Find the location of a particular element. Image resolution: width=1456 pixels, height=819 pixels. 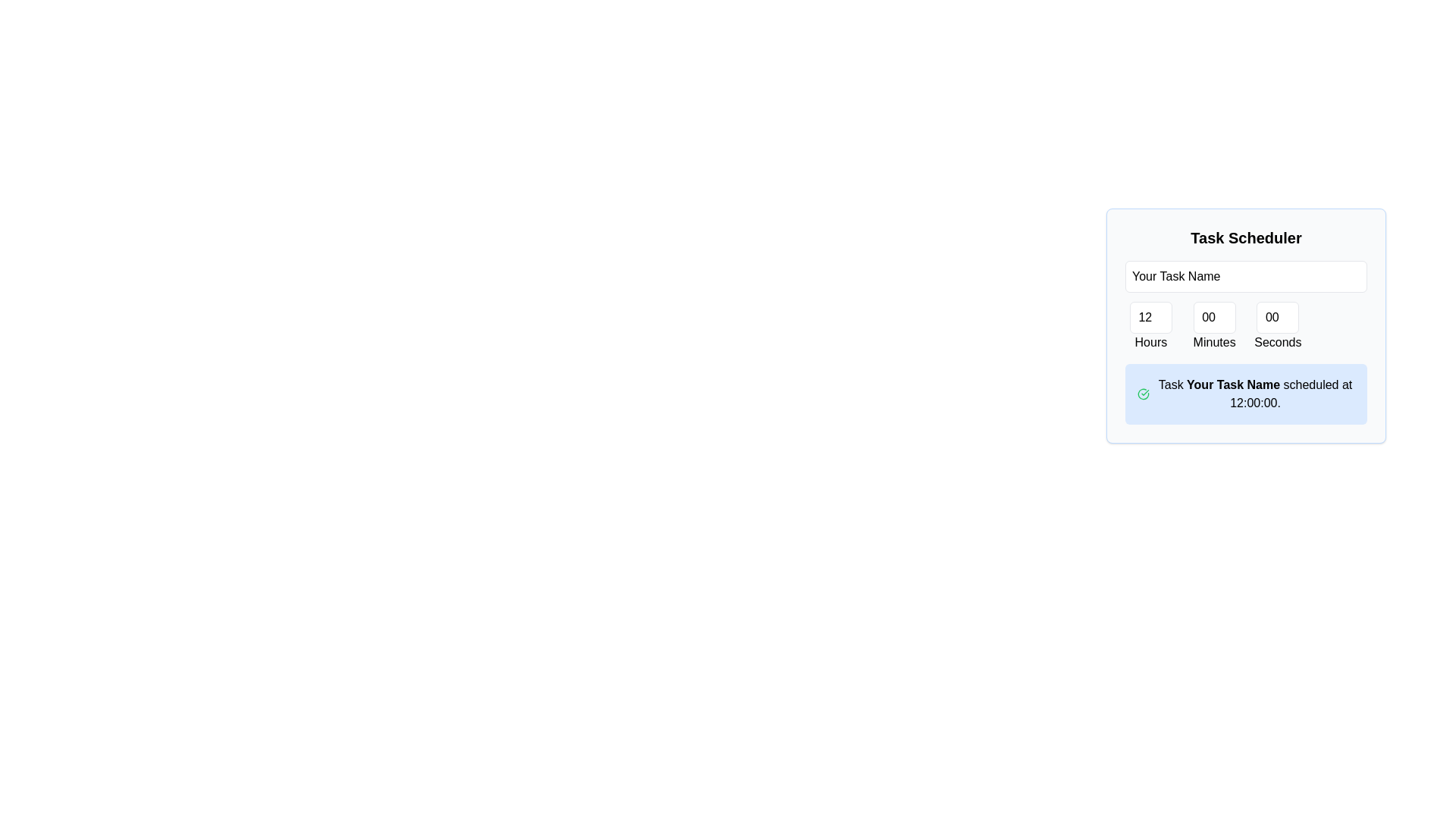

the rectangular number input field in the central 'Minutes' section to focus on it and type a new value is located at coordinates (1214, 317).